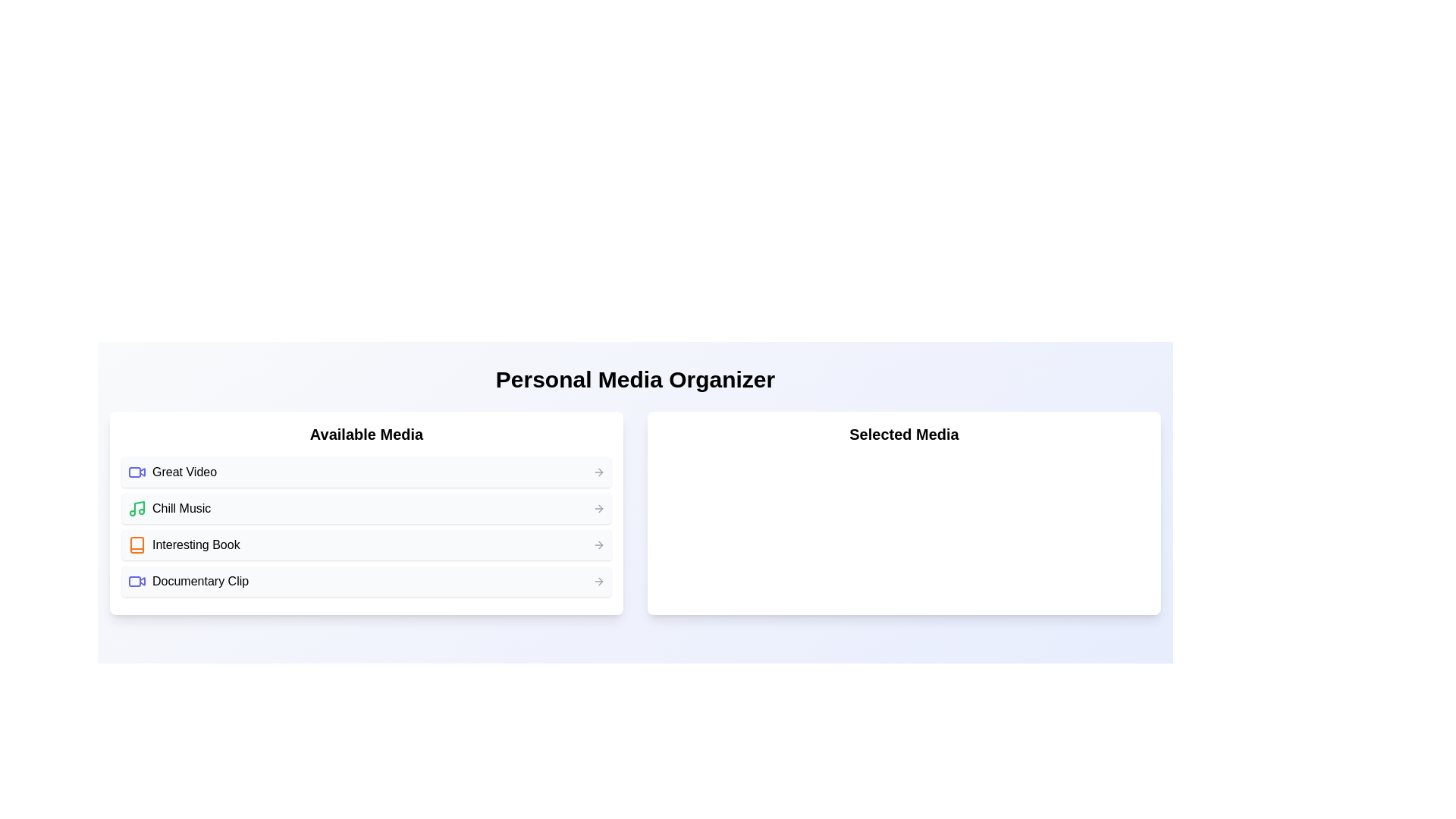 This screenshot has width=1456, height=819. I want to click on the list item labeled 'Chill Music', which is the second entry, so click(366, 526).